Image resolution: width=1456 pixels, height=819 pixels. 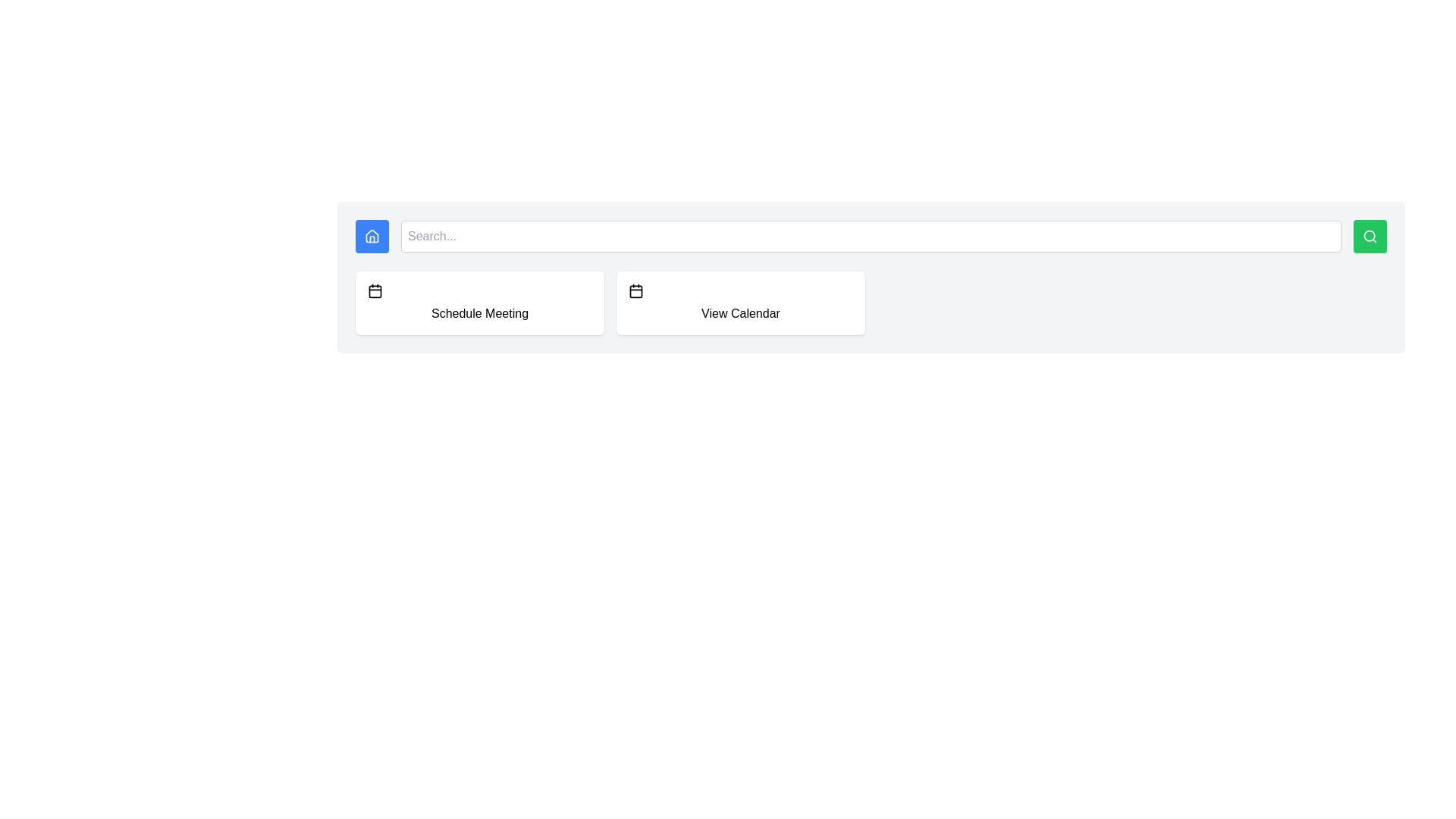 I want to click on the small home icon rendered in a blue square, so click(x=372, y=237).